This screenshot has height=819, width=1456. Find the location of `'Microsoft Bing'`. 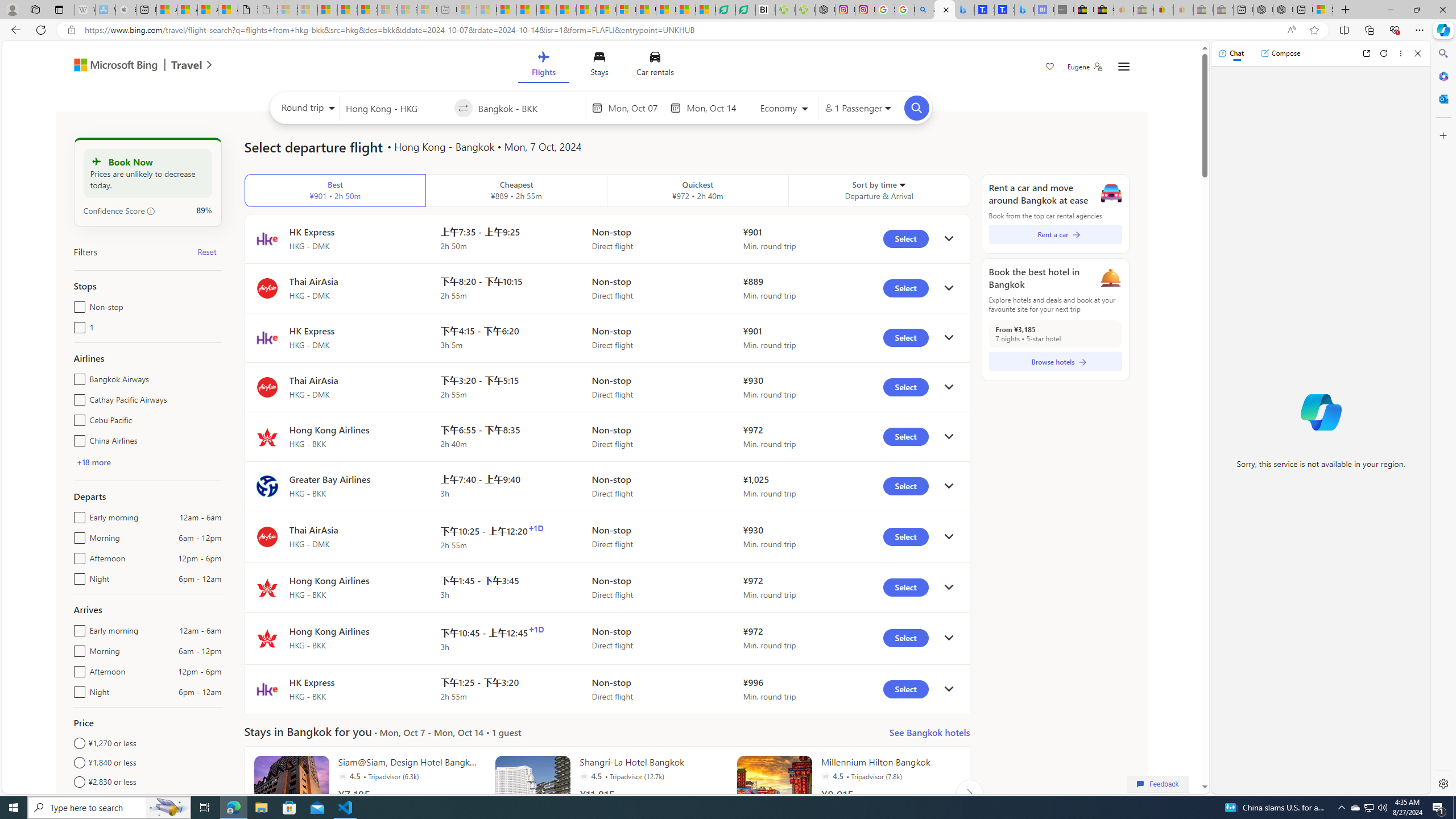

'Microsoft Bing' is located at coordinates (110, 65).